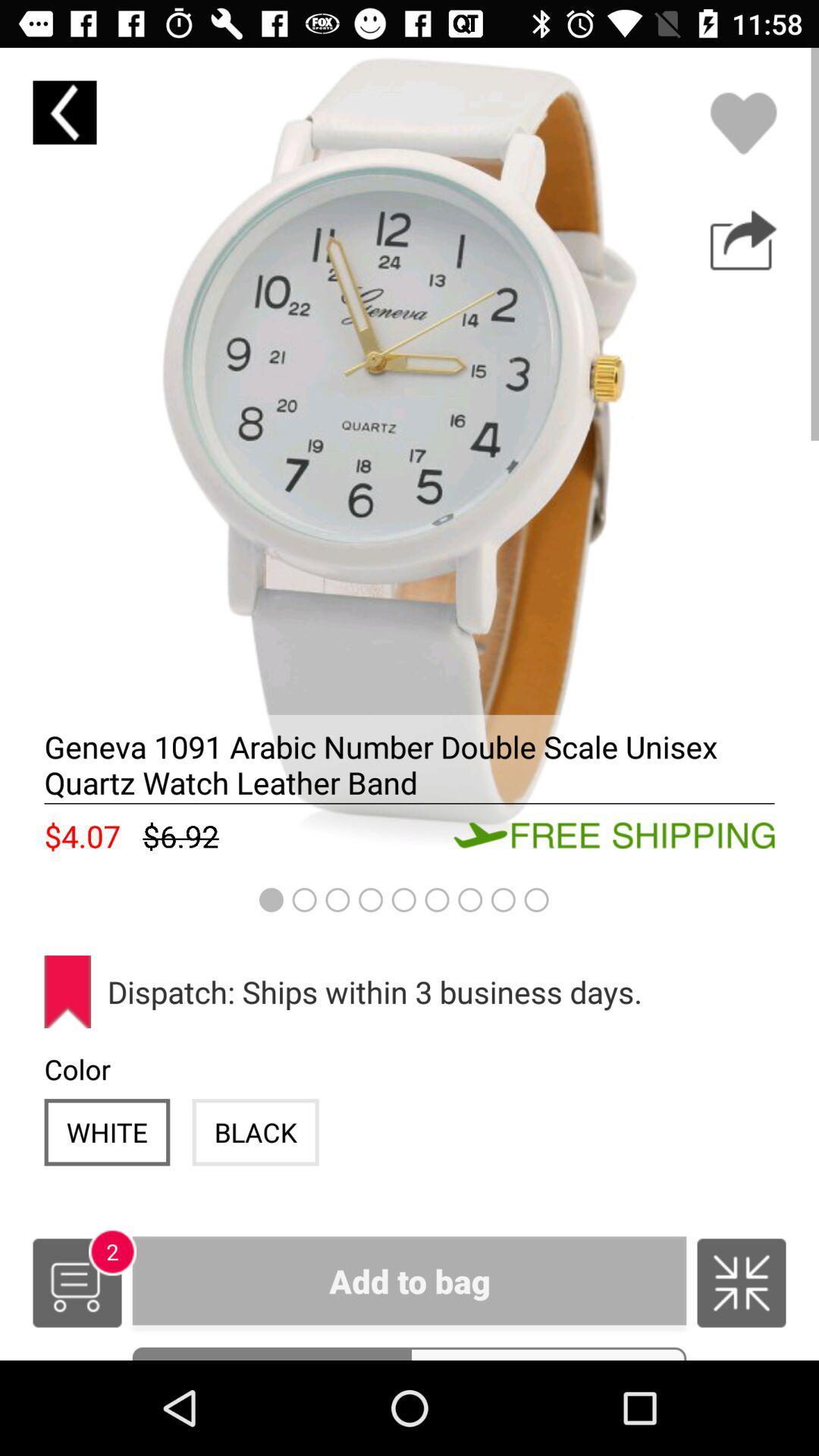 Image resolution: width=819 pixels, height=1456 pixels. Describe the element at coordinates (106, 1132) in the screenshot. I see `white icon` at that location.